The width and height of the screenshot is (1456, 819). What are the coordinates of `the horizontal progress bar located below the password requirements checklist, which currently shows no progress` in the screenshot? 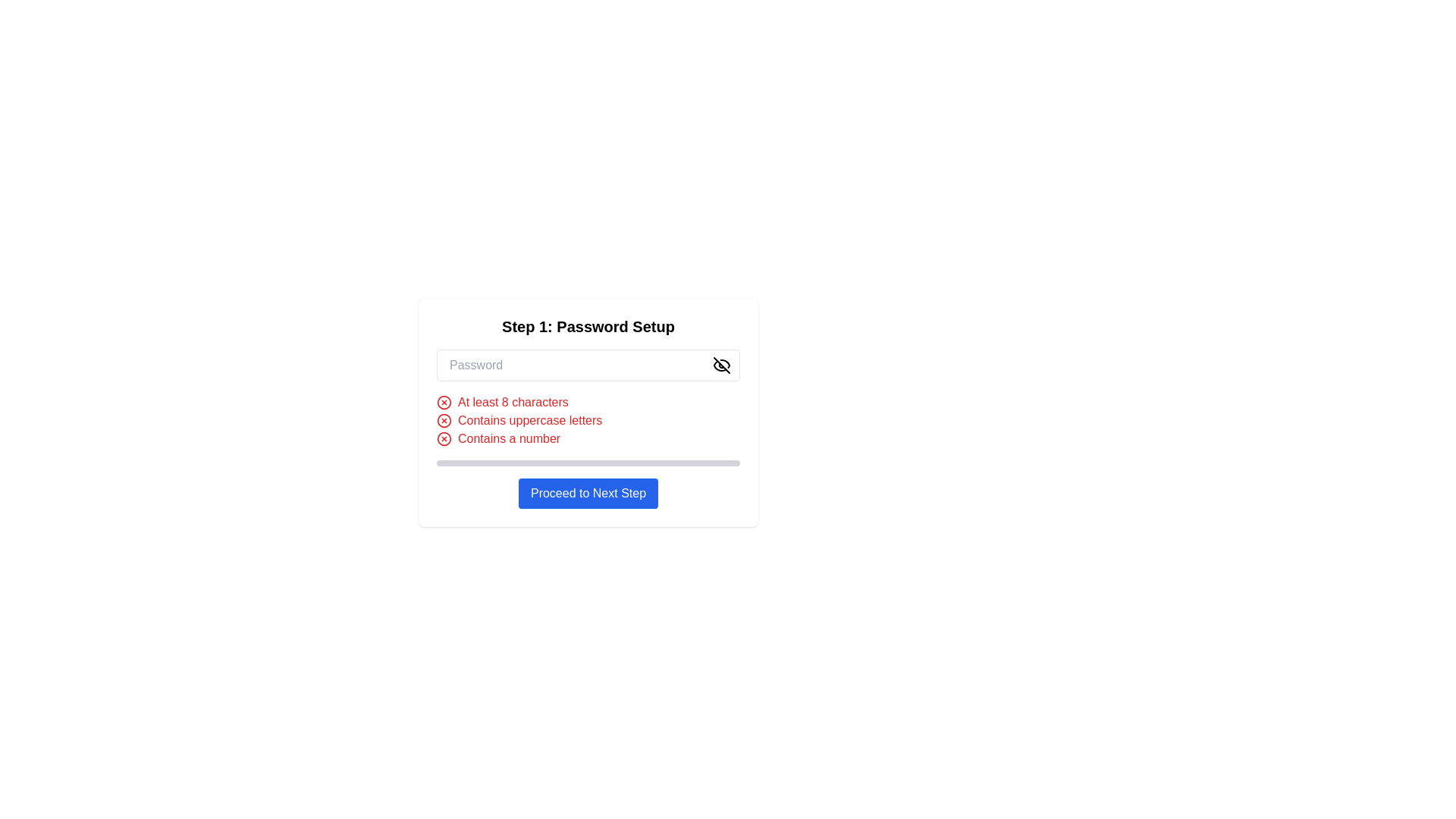 It's located at (588, 456).